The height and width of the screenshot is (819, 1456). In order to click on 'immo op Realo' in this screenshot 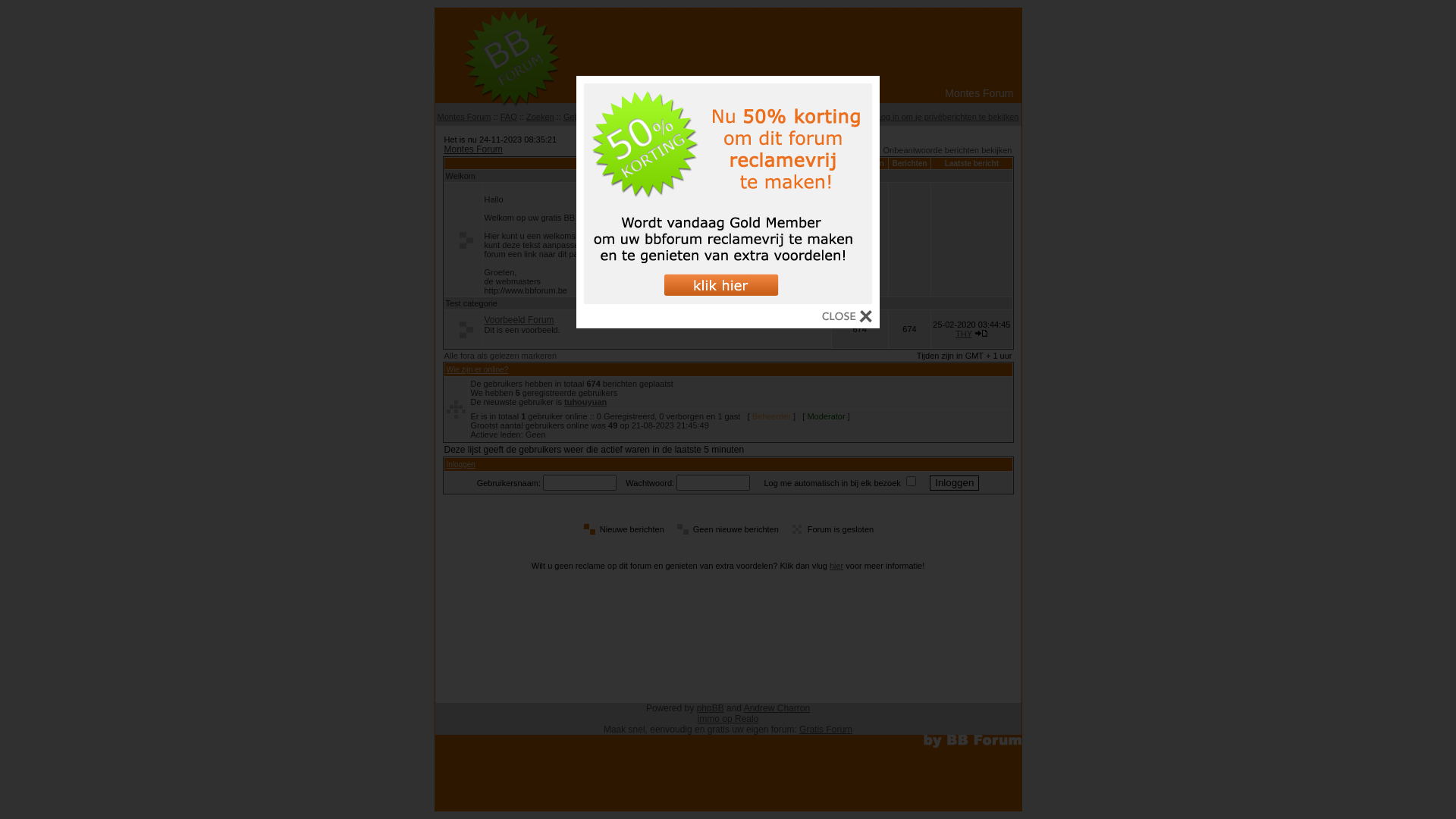, I will do `click(728, 718)`.